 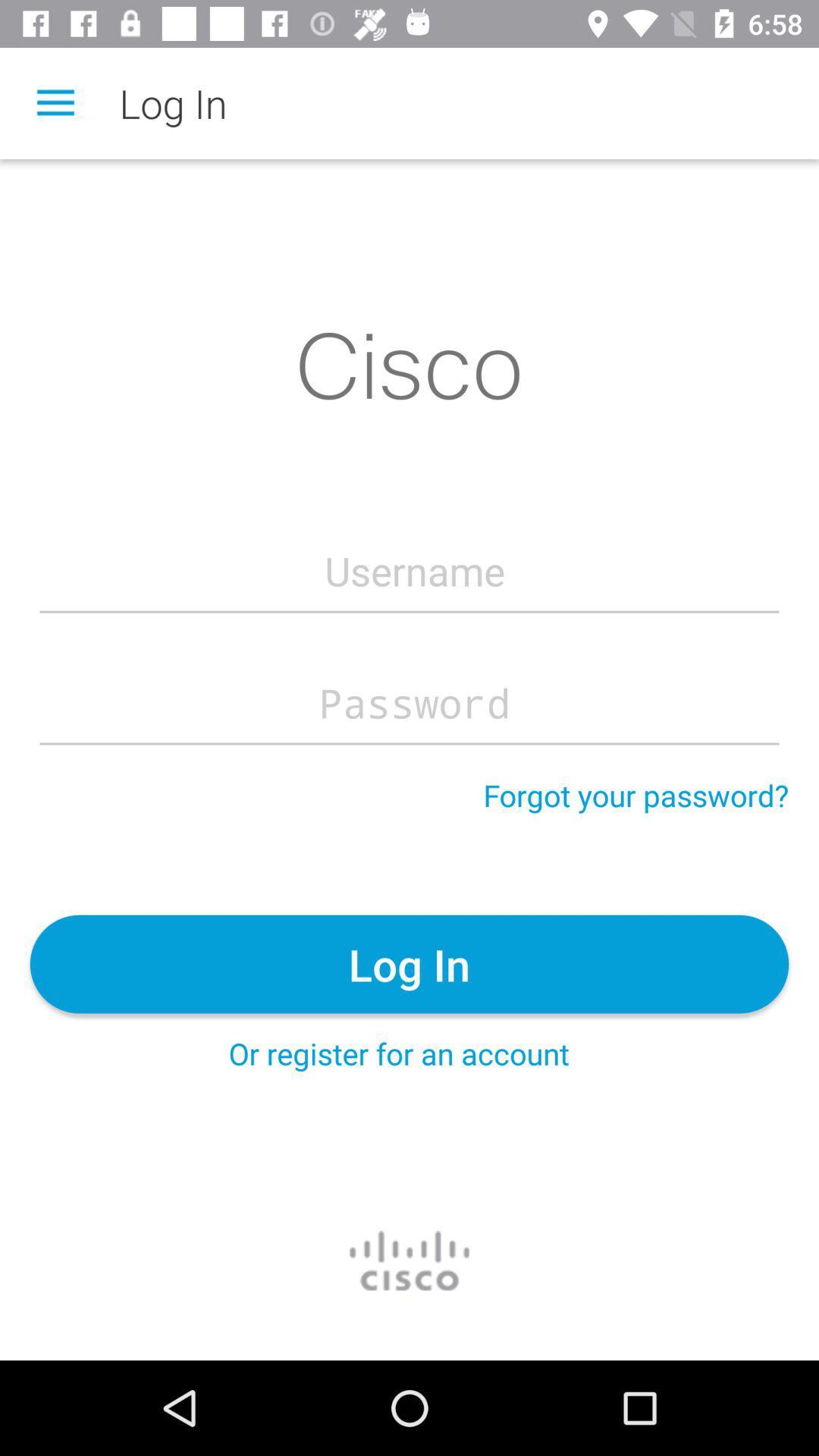 What do you see at coordinates (635, 794) in the screenshot?
I see `forgot your password? on the right` at bounding box center [635, 794].